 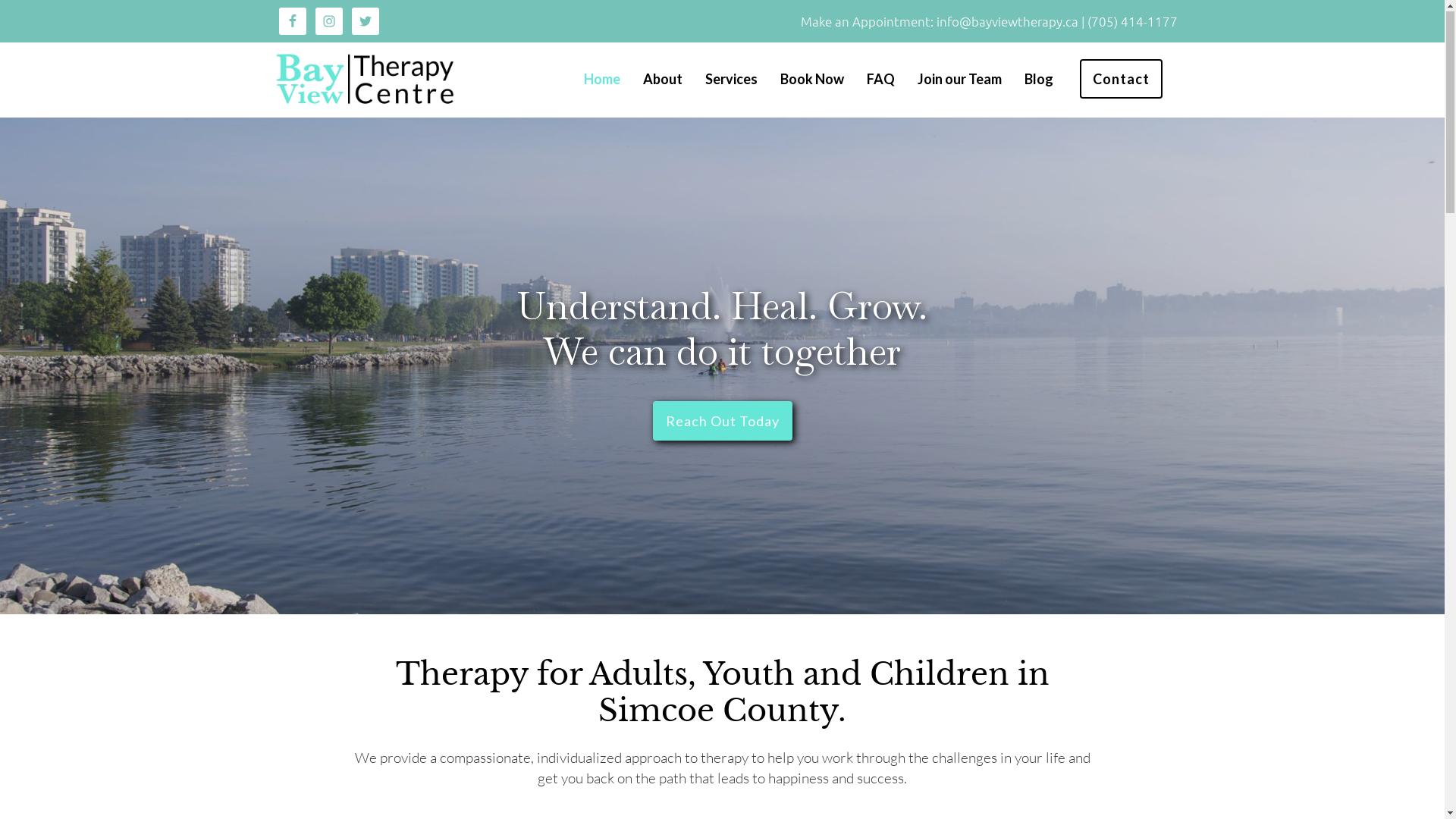 I want to click on 'Contact', so click(x=1121, y=79).